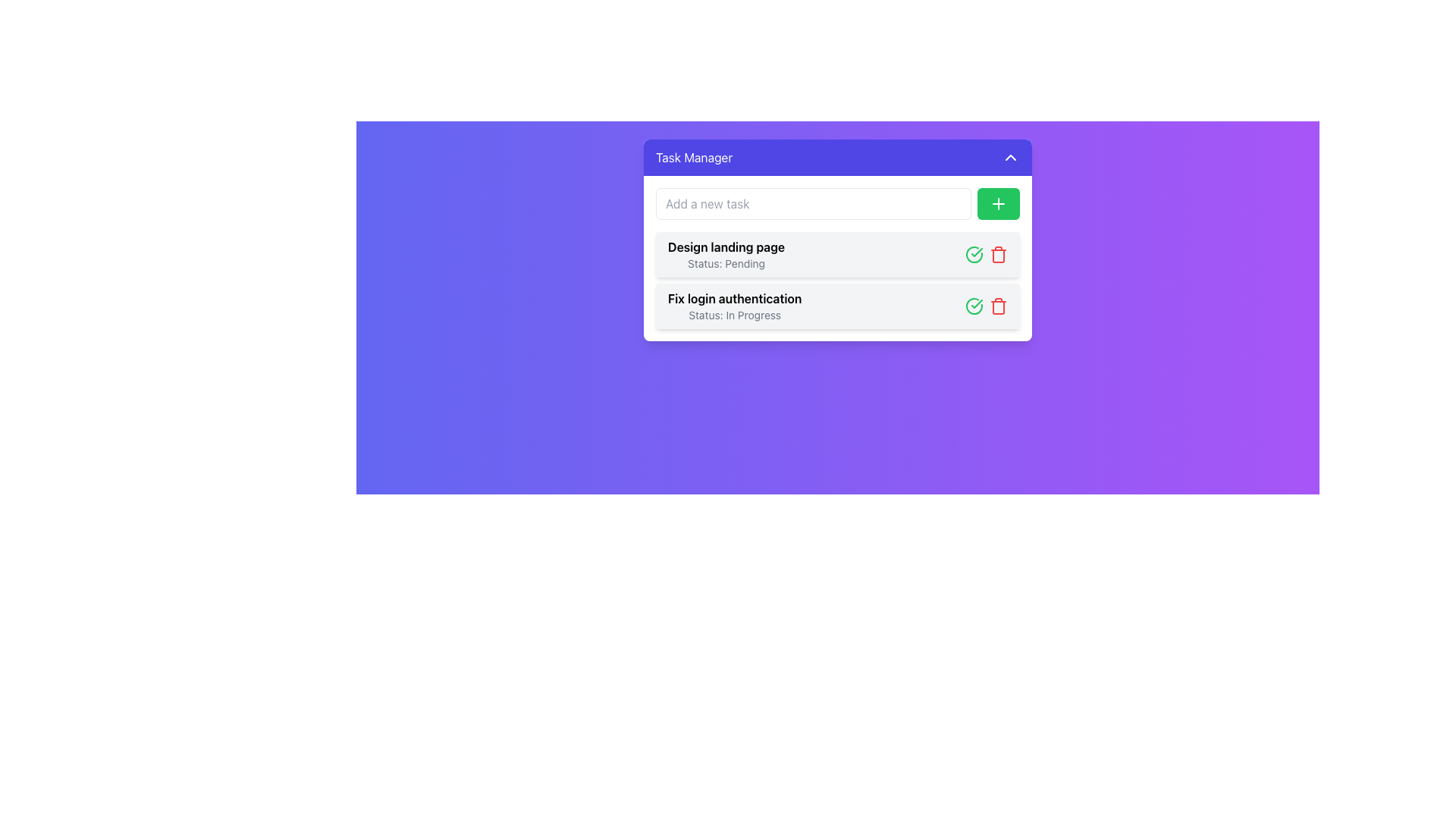  I want to click on the Text Label displaying 'Design landing page' with status 'Pending', which is the first task in the list, so click(726, 253).